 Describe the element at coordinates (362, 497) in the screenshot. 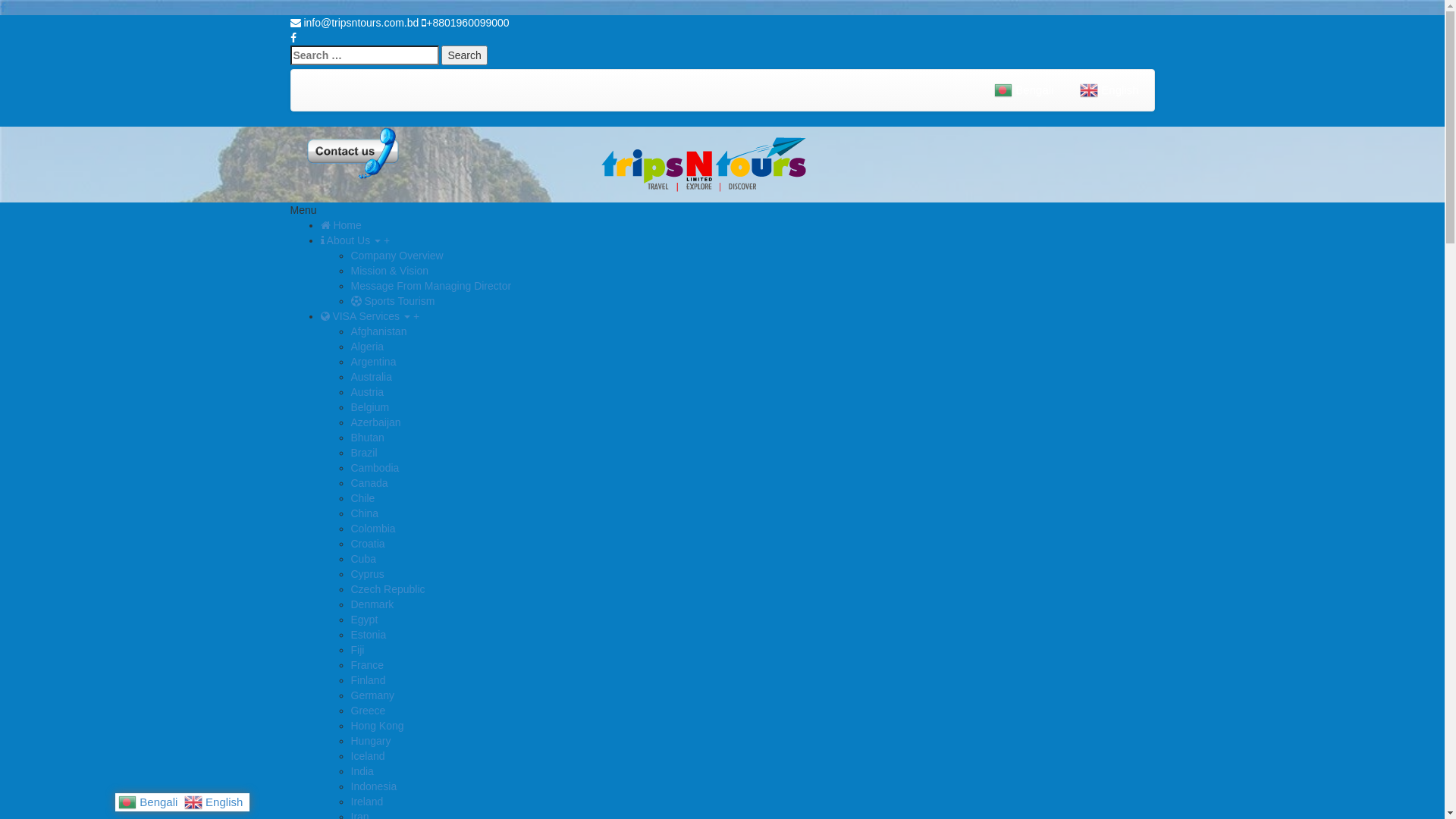

I see `'Chile'` at that location.